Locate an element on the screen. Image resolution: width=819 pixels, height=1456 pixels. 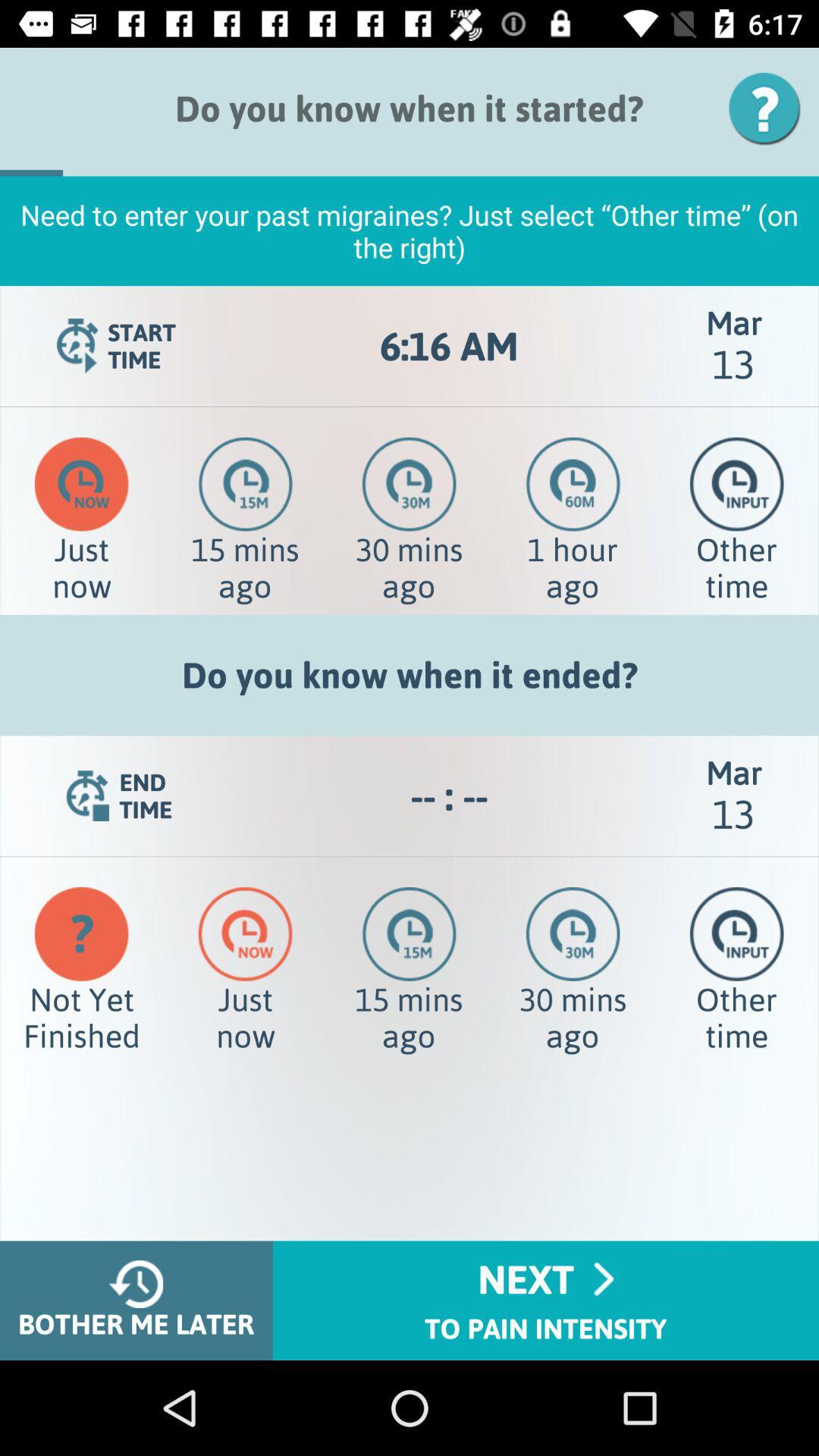
the time icon is located at coordinates (409, 933).